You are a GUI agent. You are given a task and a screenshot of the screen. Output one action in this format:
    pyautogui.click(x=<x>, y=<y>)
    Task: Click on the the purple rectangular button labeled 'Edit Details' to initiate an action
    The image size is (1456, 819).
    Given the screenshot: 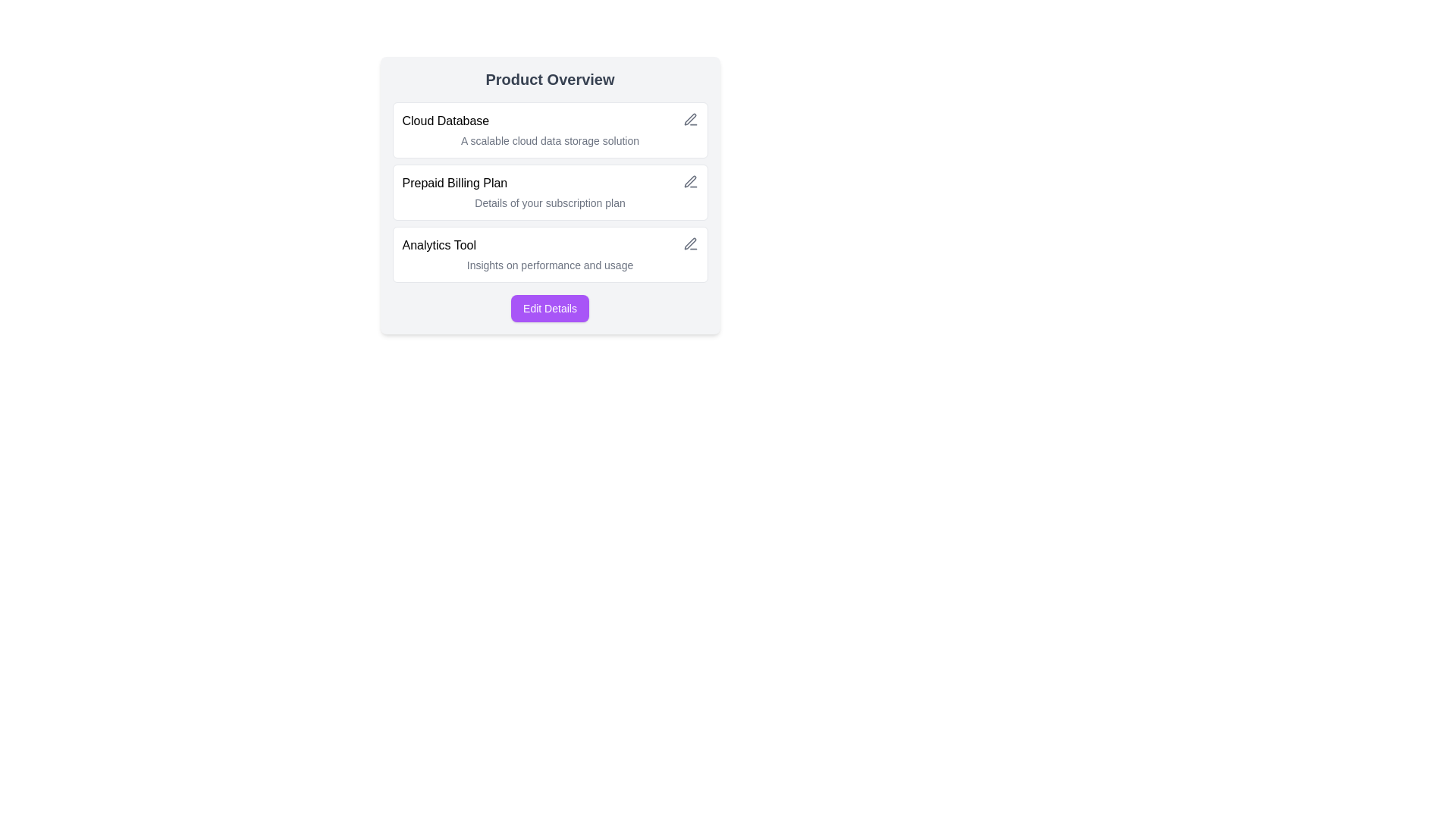 What is the action you would take?
    pyautogui.click(x=549, y=308)
    